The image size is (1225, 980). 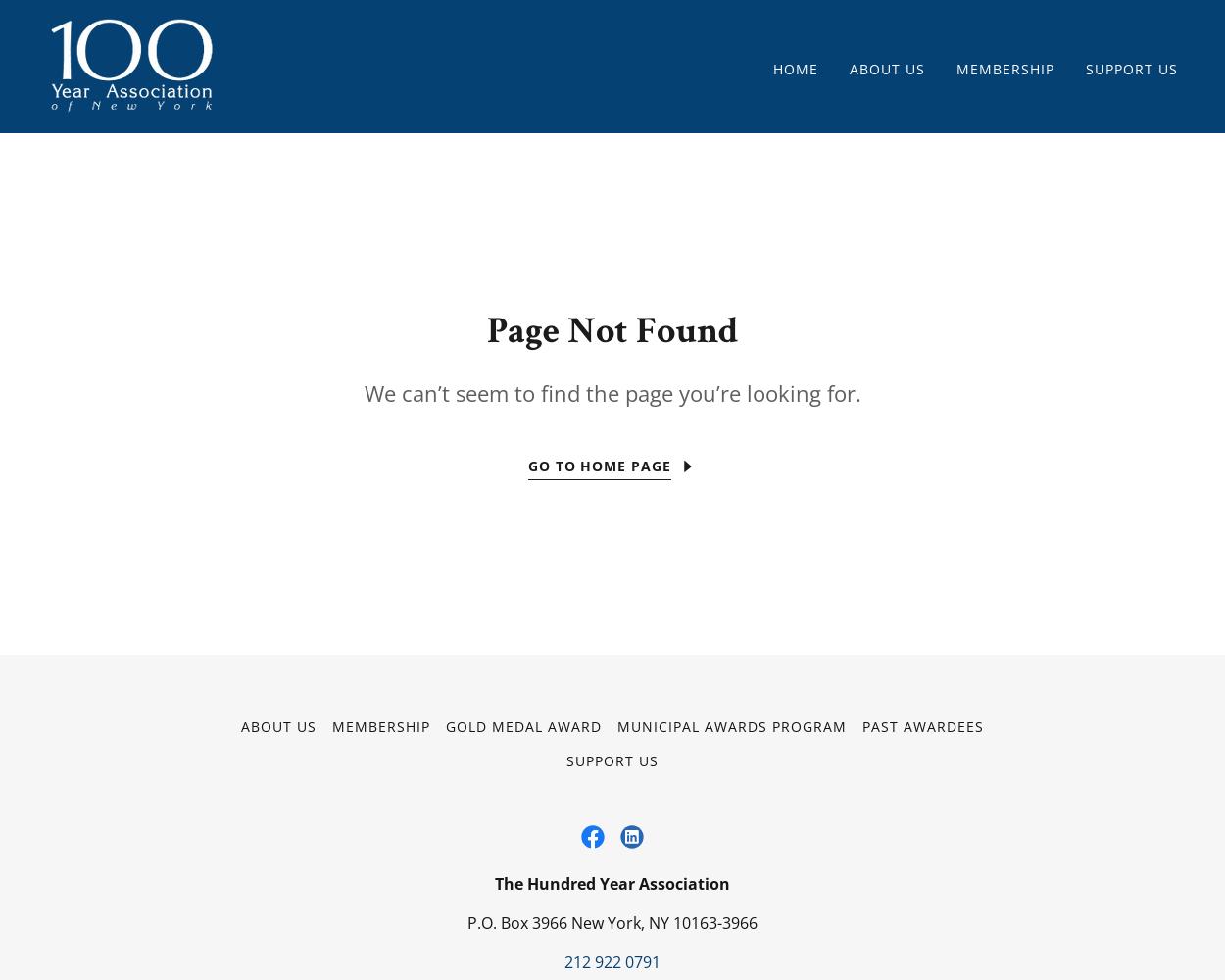 I want to click on 'Home', so click(x=796, y=67).